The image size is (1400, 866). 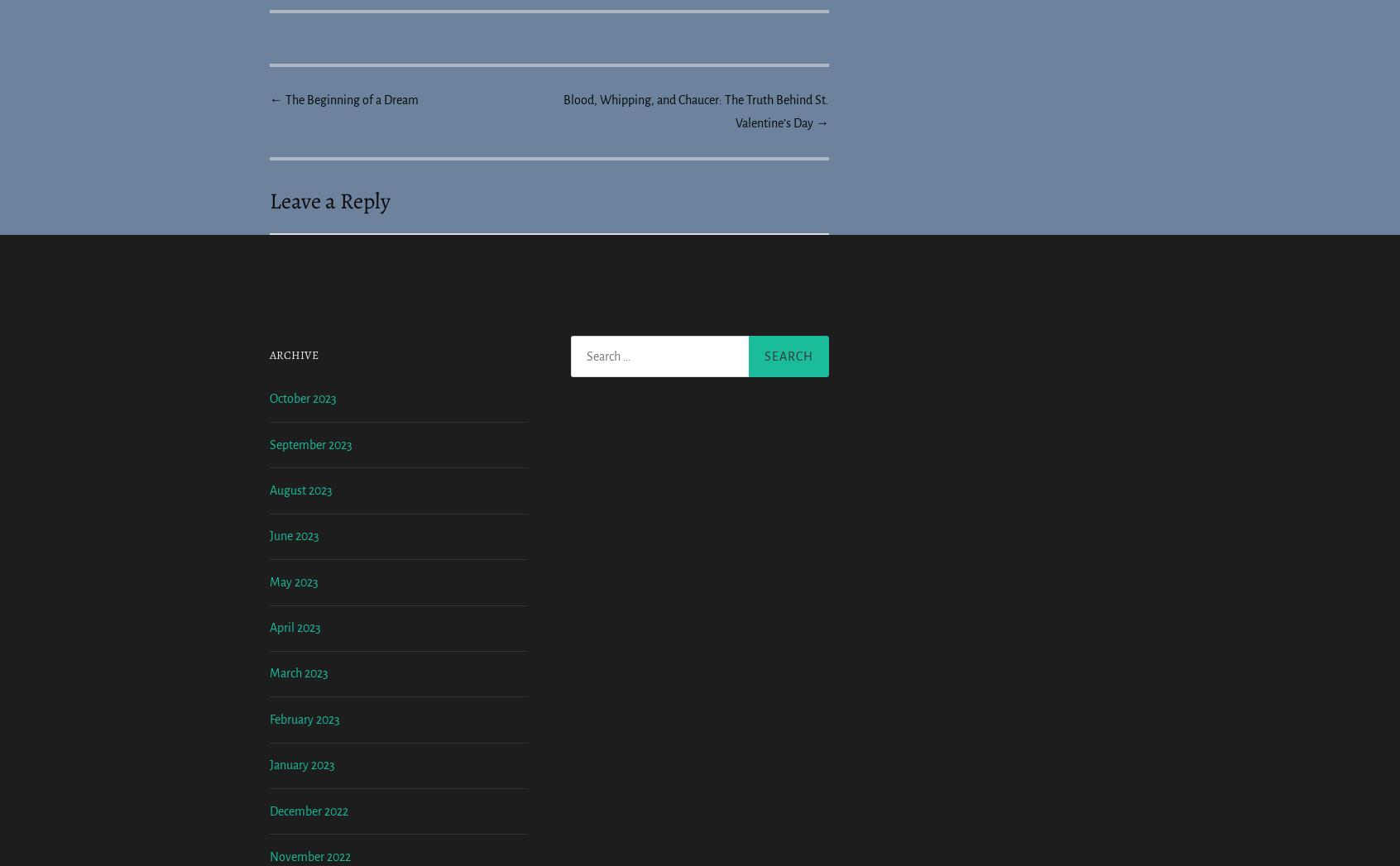 I want to click on 'February 2023', so click(x=304, y=855).